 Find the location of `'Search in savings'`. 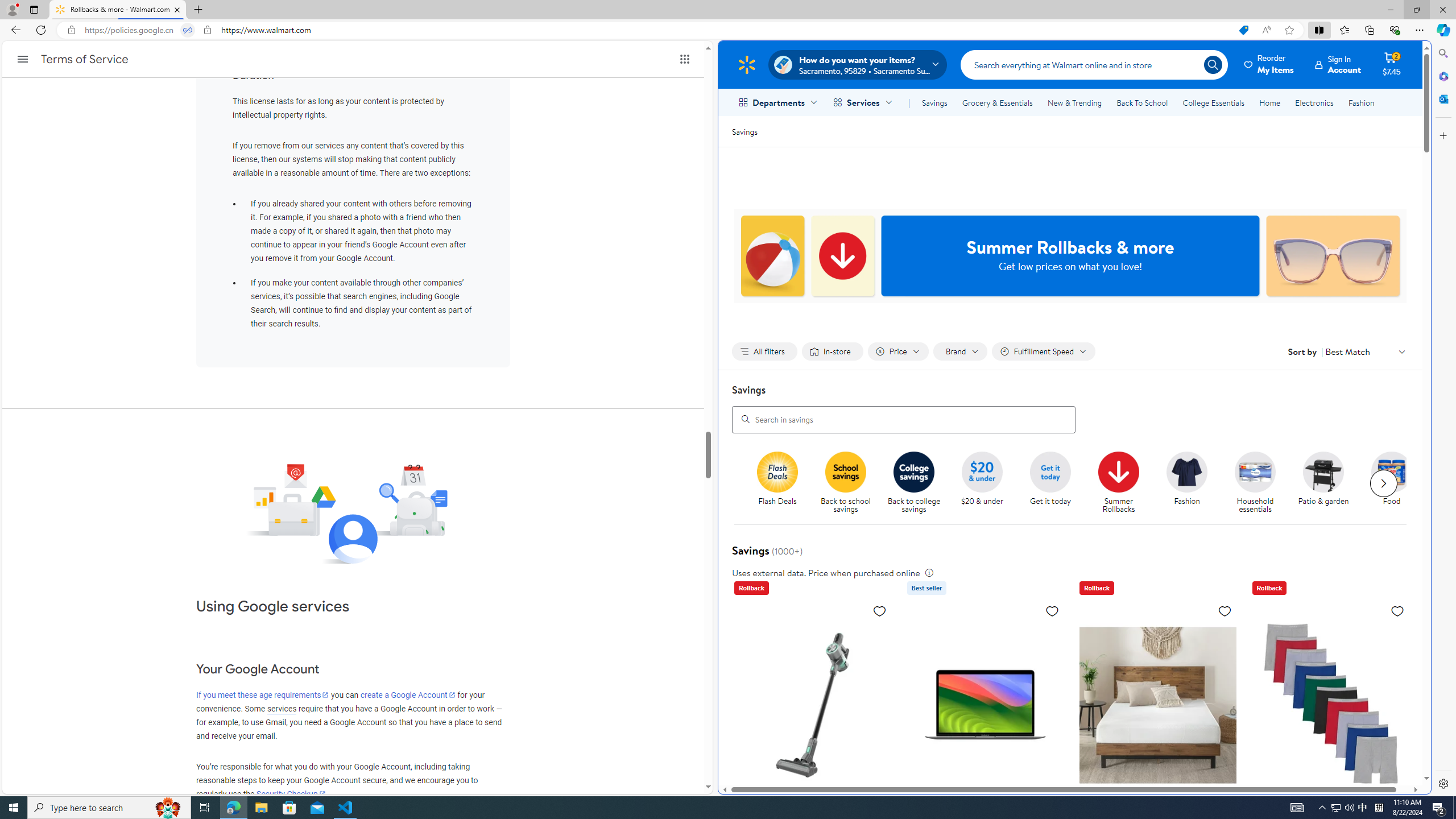

'Search in savings' is located at coordinates (904, 419).